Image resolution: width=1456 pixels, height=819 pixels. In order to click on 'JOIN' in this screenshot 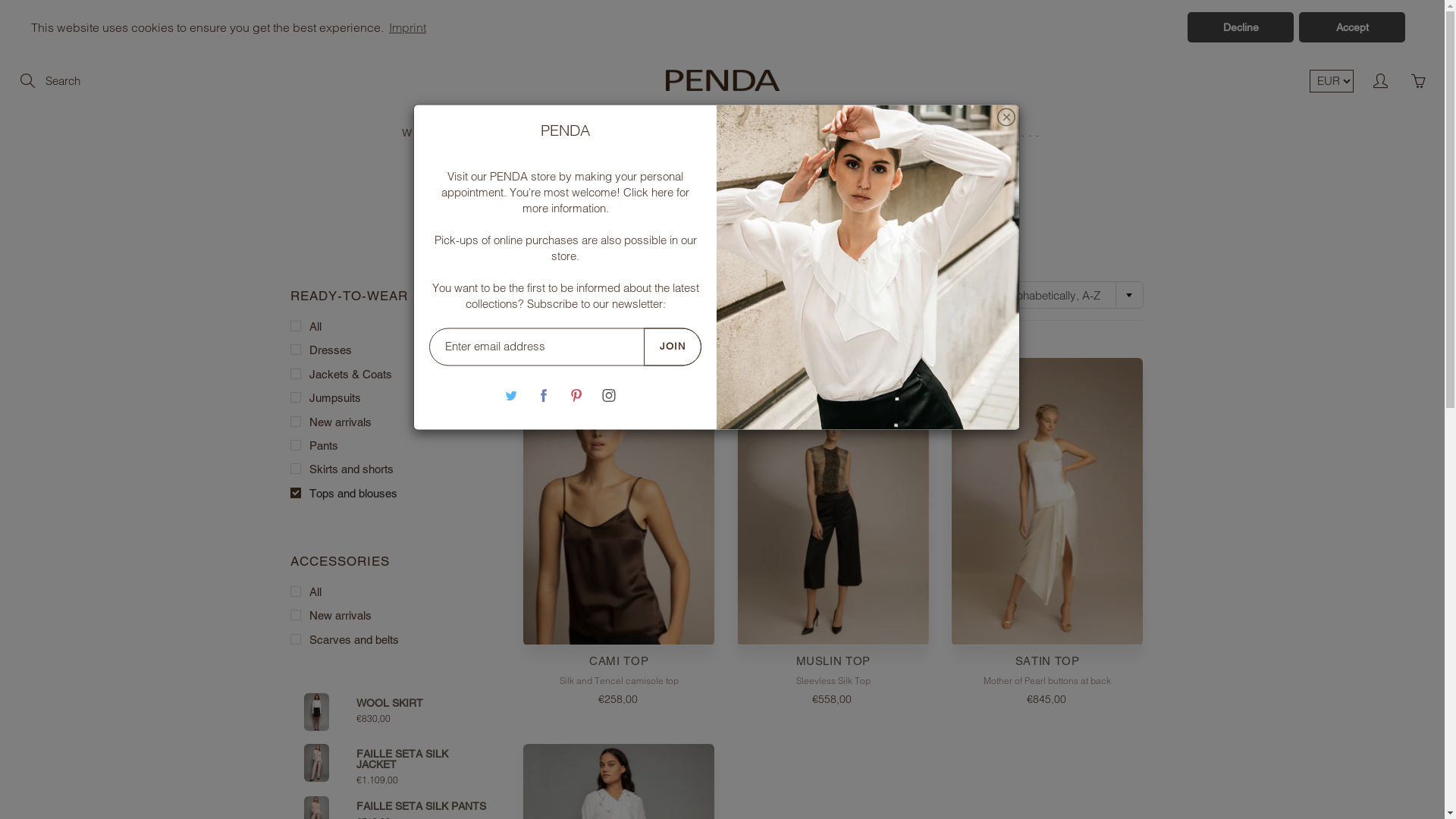, I will do `click(672, 346)`.